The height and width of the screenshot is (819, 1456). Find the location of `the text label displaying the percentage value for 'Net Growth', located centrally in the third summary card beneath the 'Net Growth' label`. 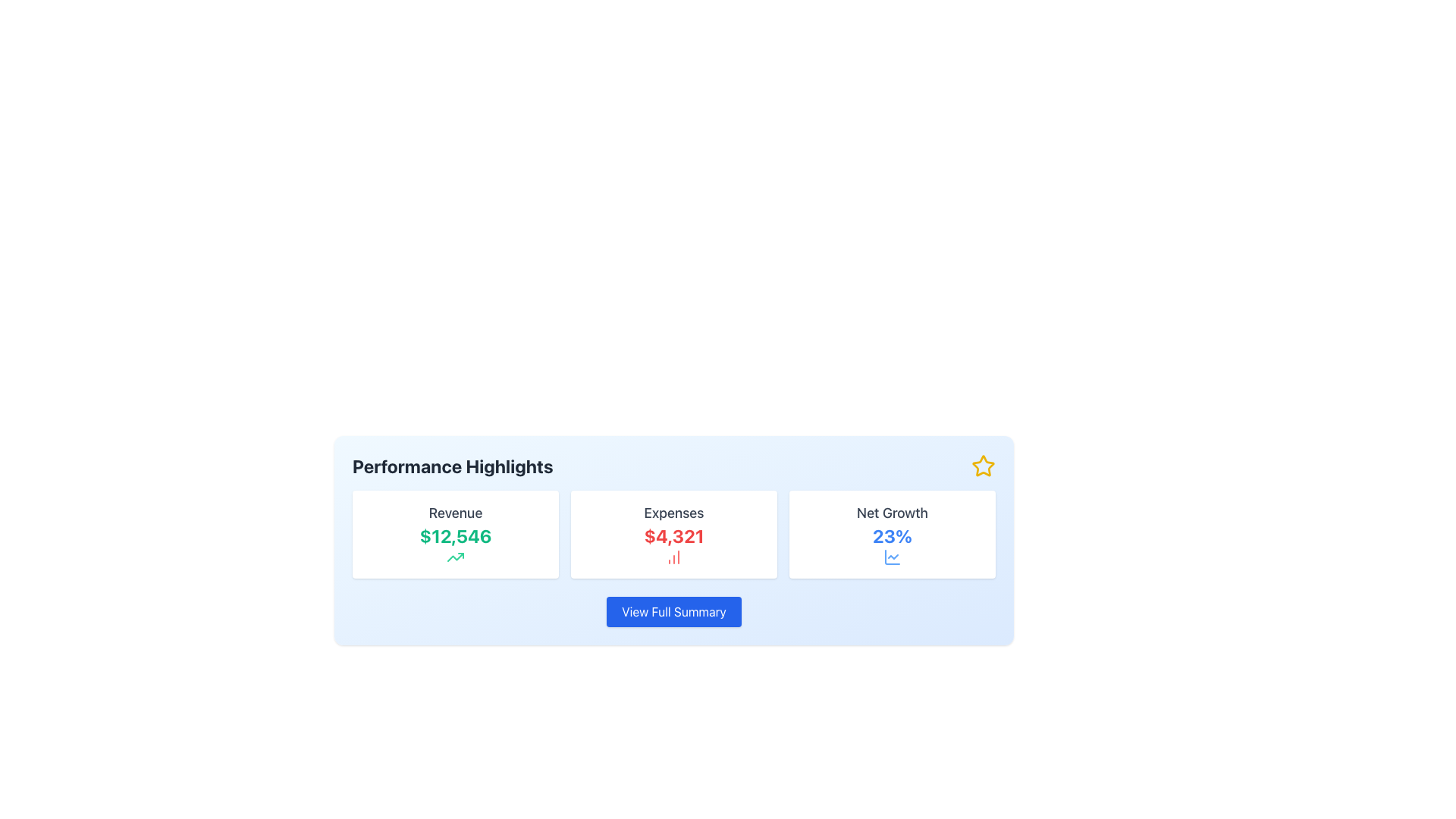

the text label displaying the percentage value for 'Net Growth', located centrally in the third summary card beneath the 'Net Growth' label is located at coordinates (892, 535).